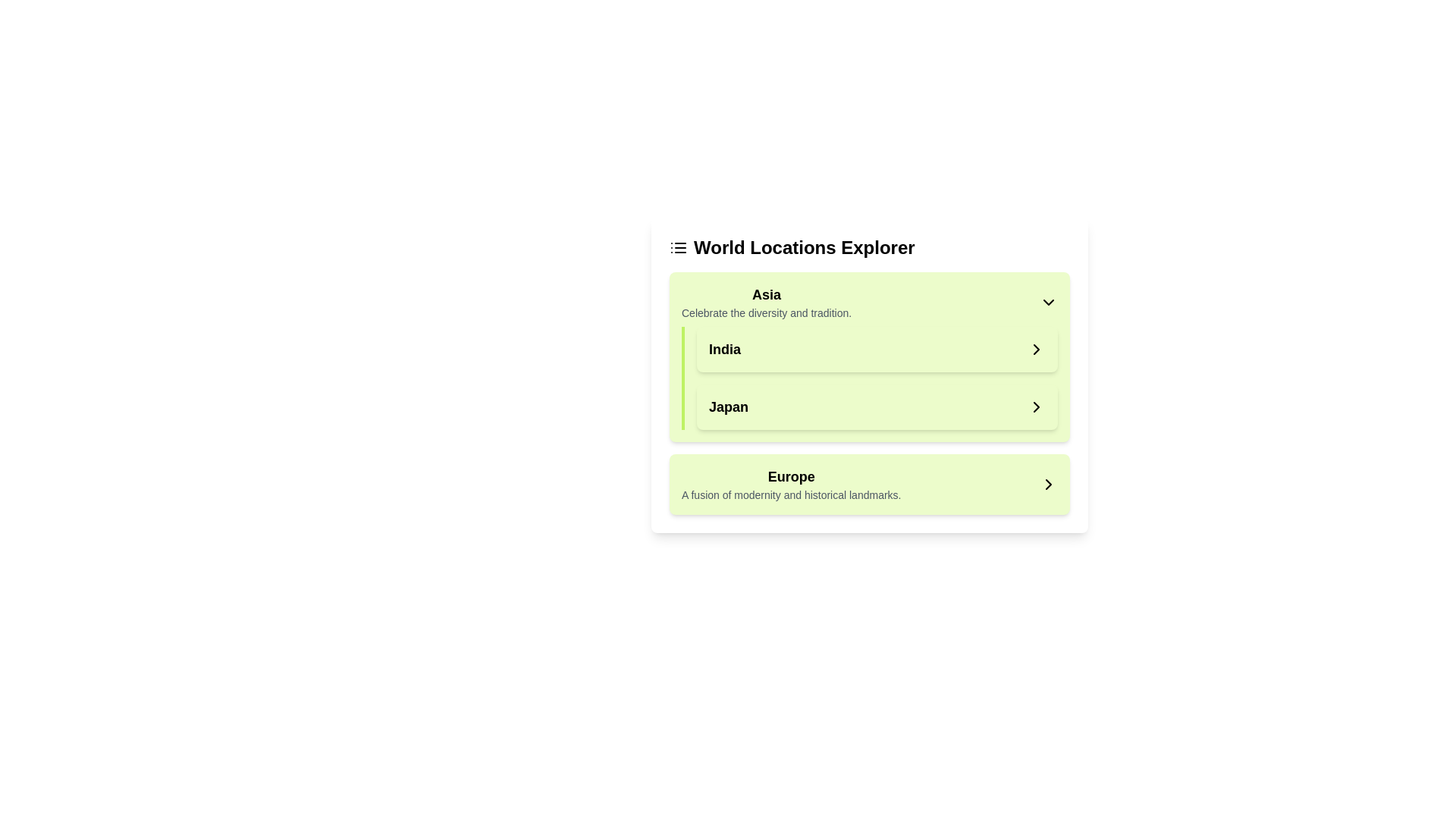 The image size is (1456, 819). I want to click on the 'India' text label in the dropdown list under 'Asia' in the 'World Locations Explorer', so click(723, 350).